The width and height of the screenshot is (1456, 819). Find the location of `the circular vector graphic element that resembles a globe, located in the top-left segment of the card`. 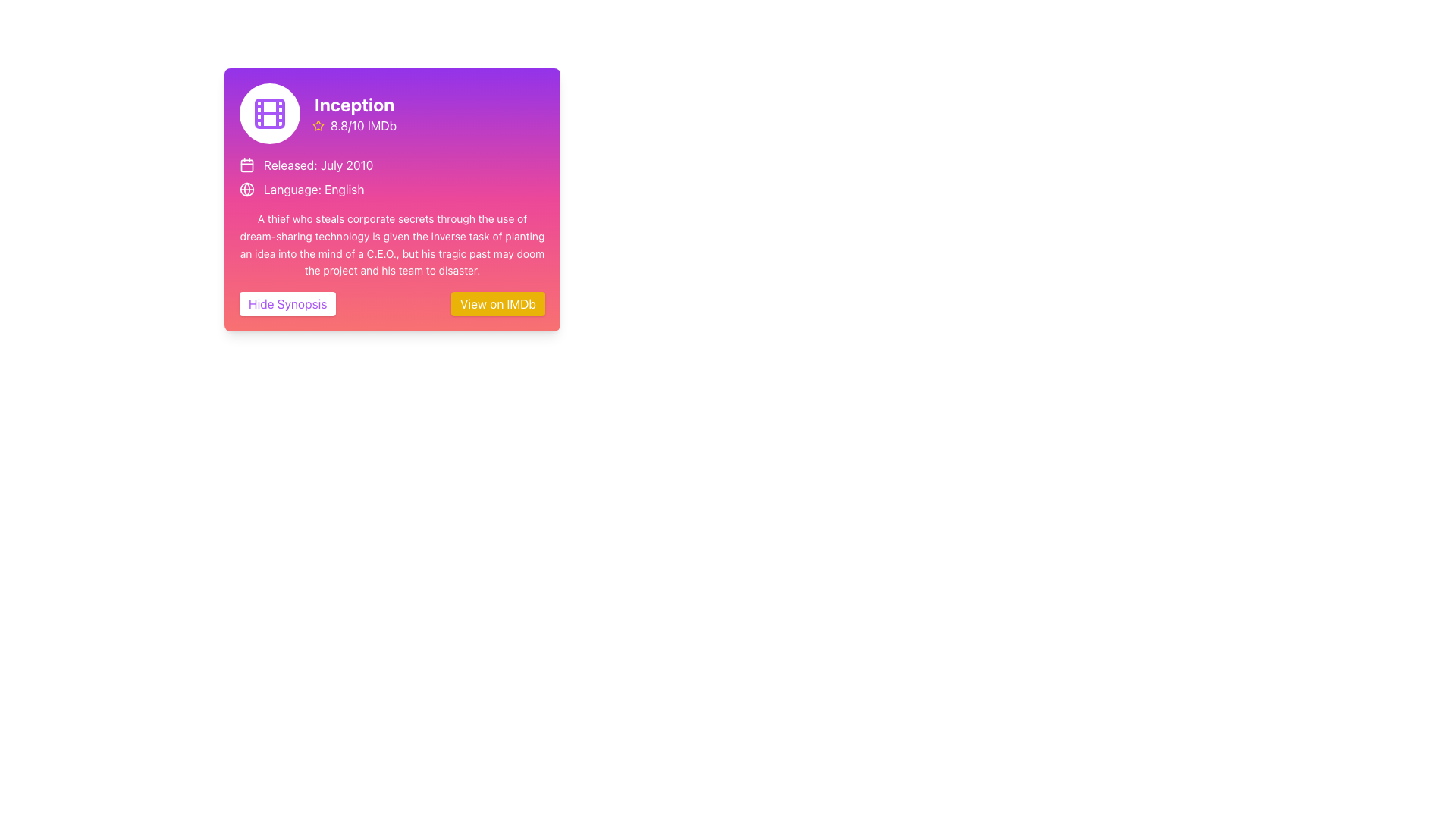

the circular vector graphic element that resembles a globe, located in the top-left segment of the card is located at coordinates (247, 189).